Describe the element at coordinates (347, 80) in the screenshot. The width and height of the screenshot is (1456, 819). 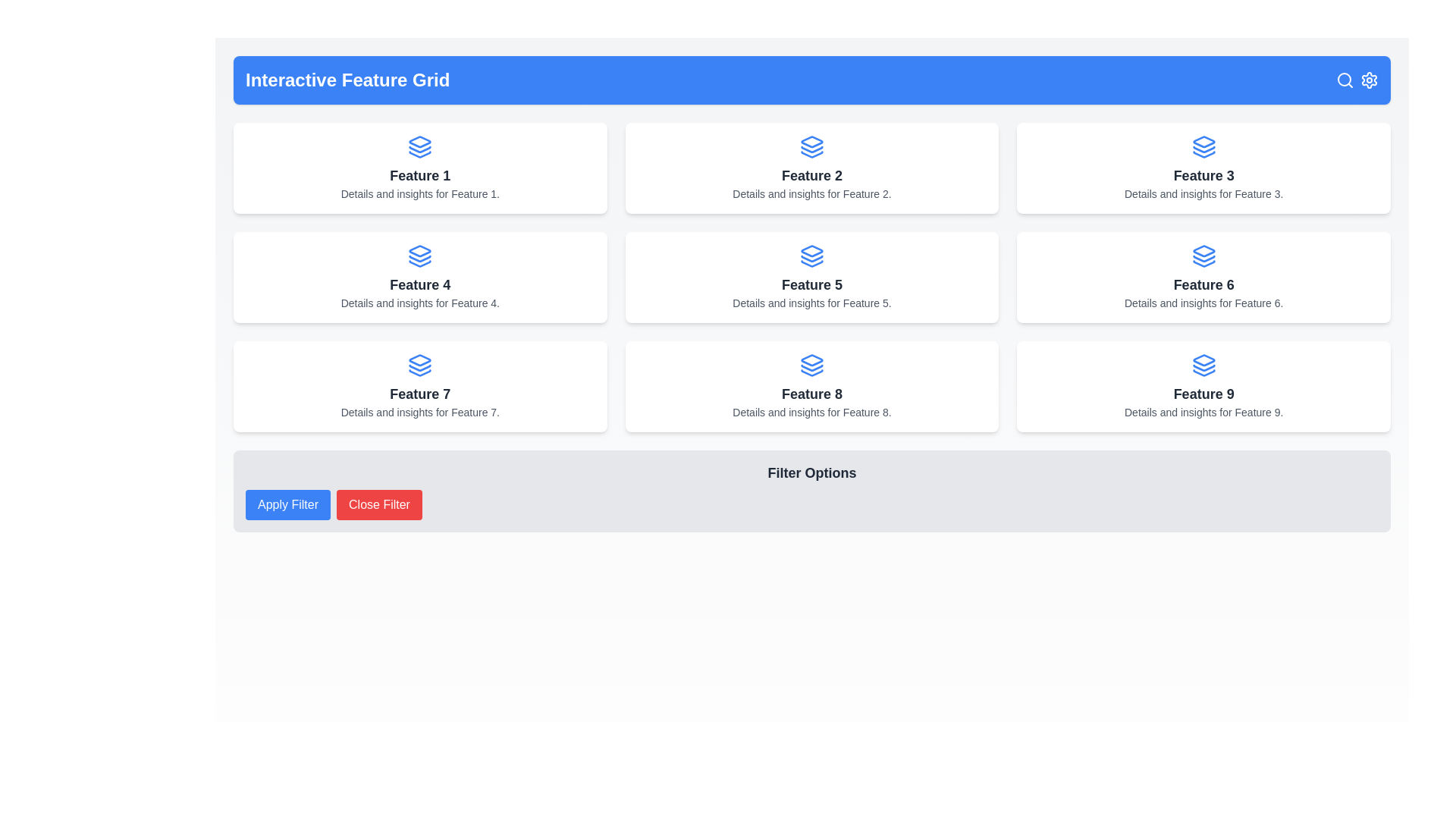
I see `header text 'Interactive Feature Grid' which is displayed in a bold and enlarged font on a blue background, centered at the top of the interface` at that location.